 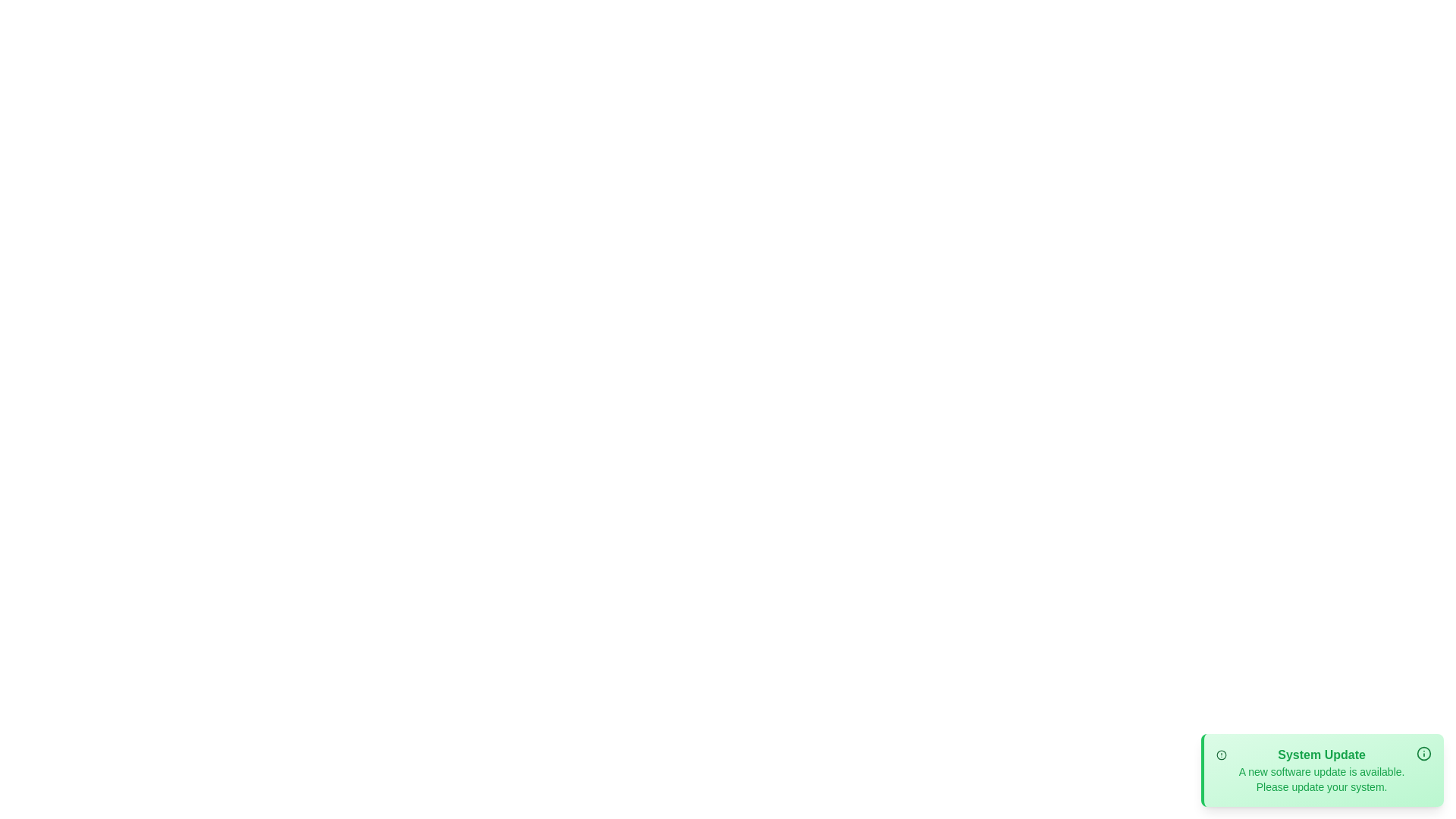 What do you see at coordinates (1423, 754) in the screenshot?
I see `the information button in the notification` at bounding box center [1423, 754].